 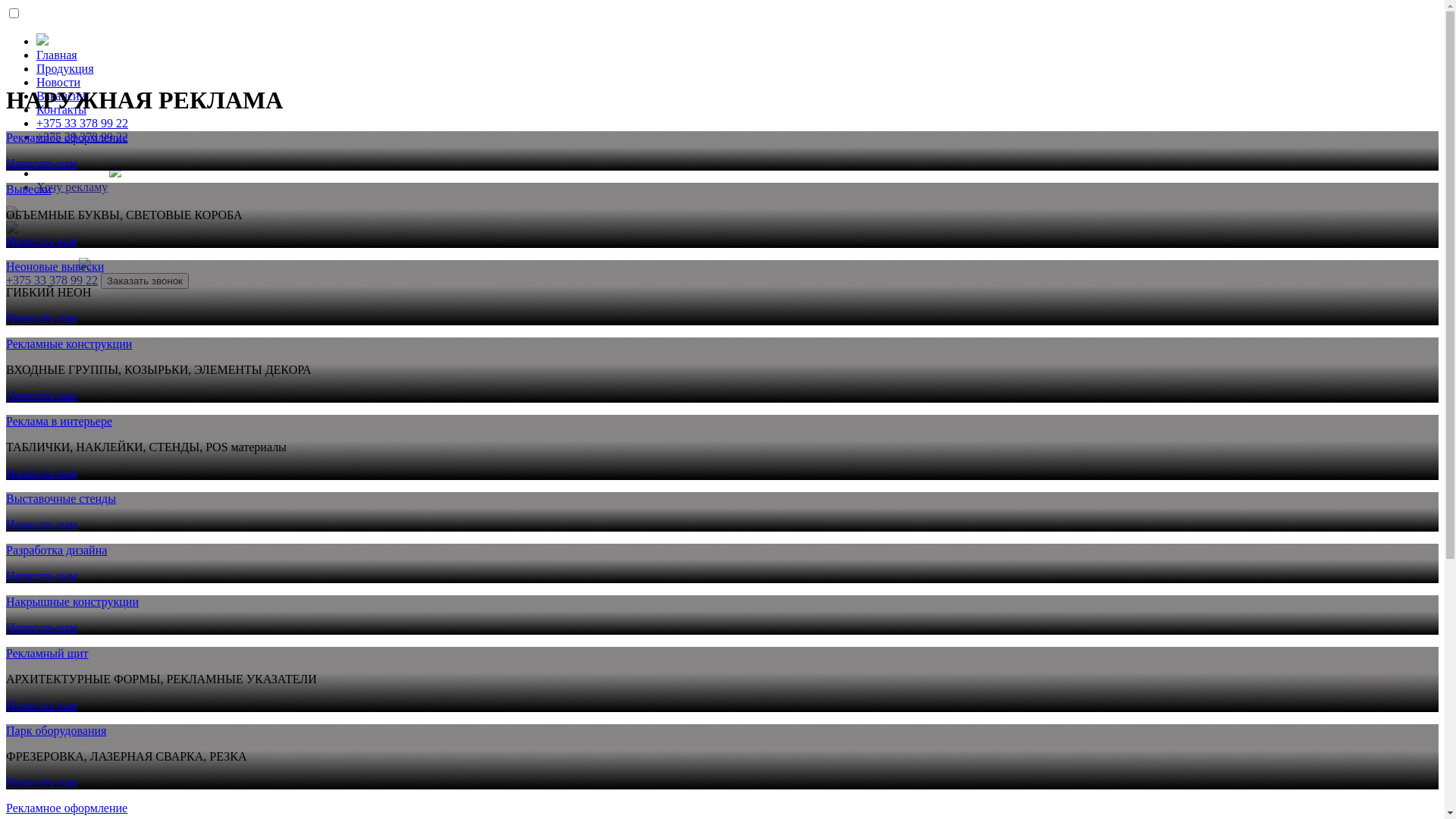 I want to click on '+375 29 378 99 22', so click(x=81, y=136).